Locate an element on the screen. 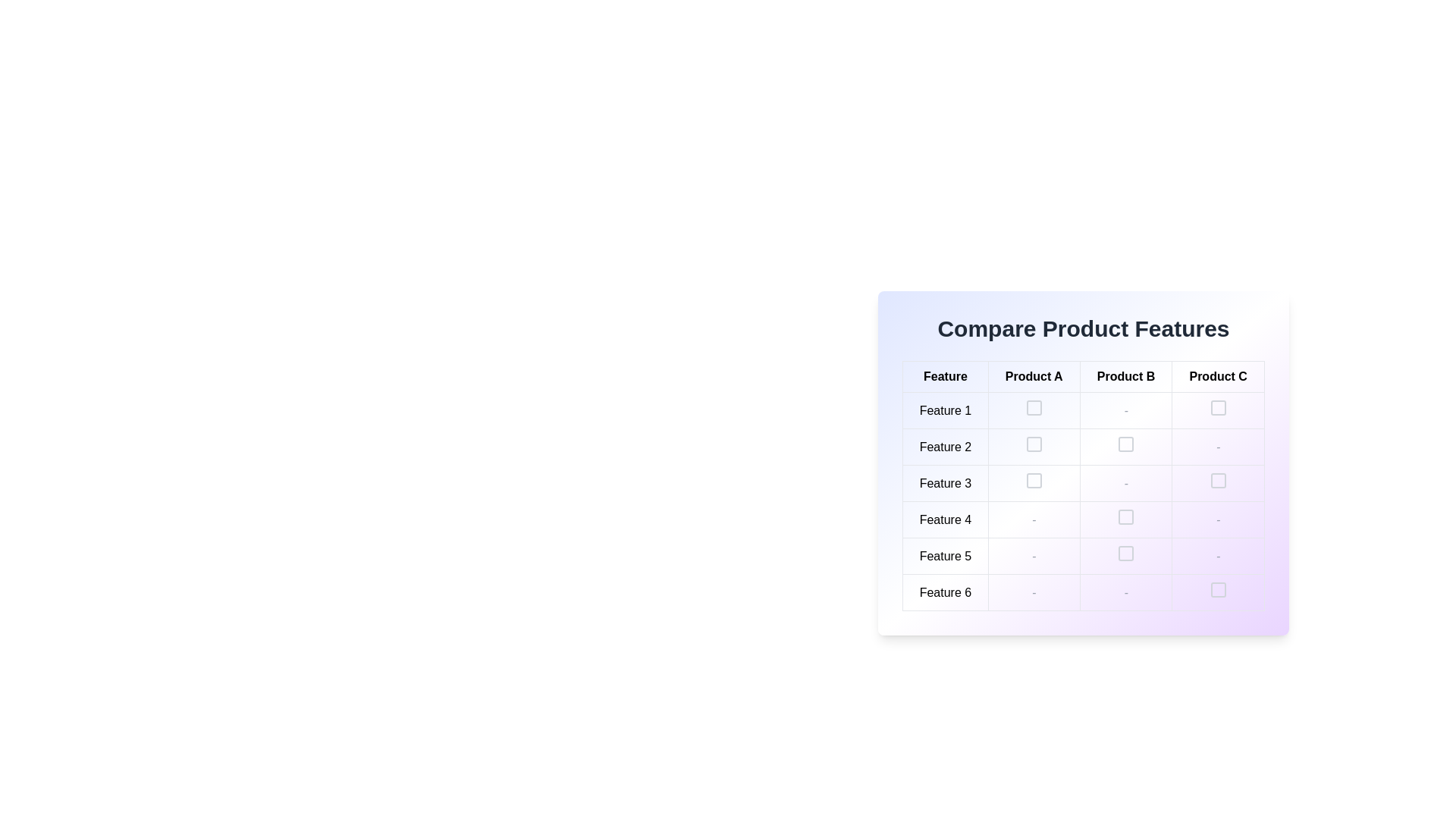 Image resolution: width=1456 pixels, height=819 pixels. the interactive checkbox under 'Product A' for 'Feature 1' to interact via keyboard is located at coordinates (1033, 406).